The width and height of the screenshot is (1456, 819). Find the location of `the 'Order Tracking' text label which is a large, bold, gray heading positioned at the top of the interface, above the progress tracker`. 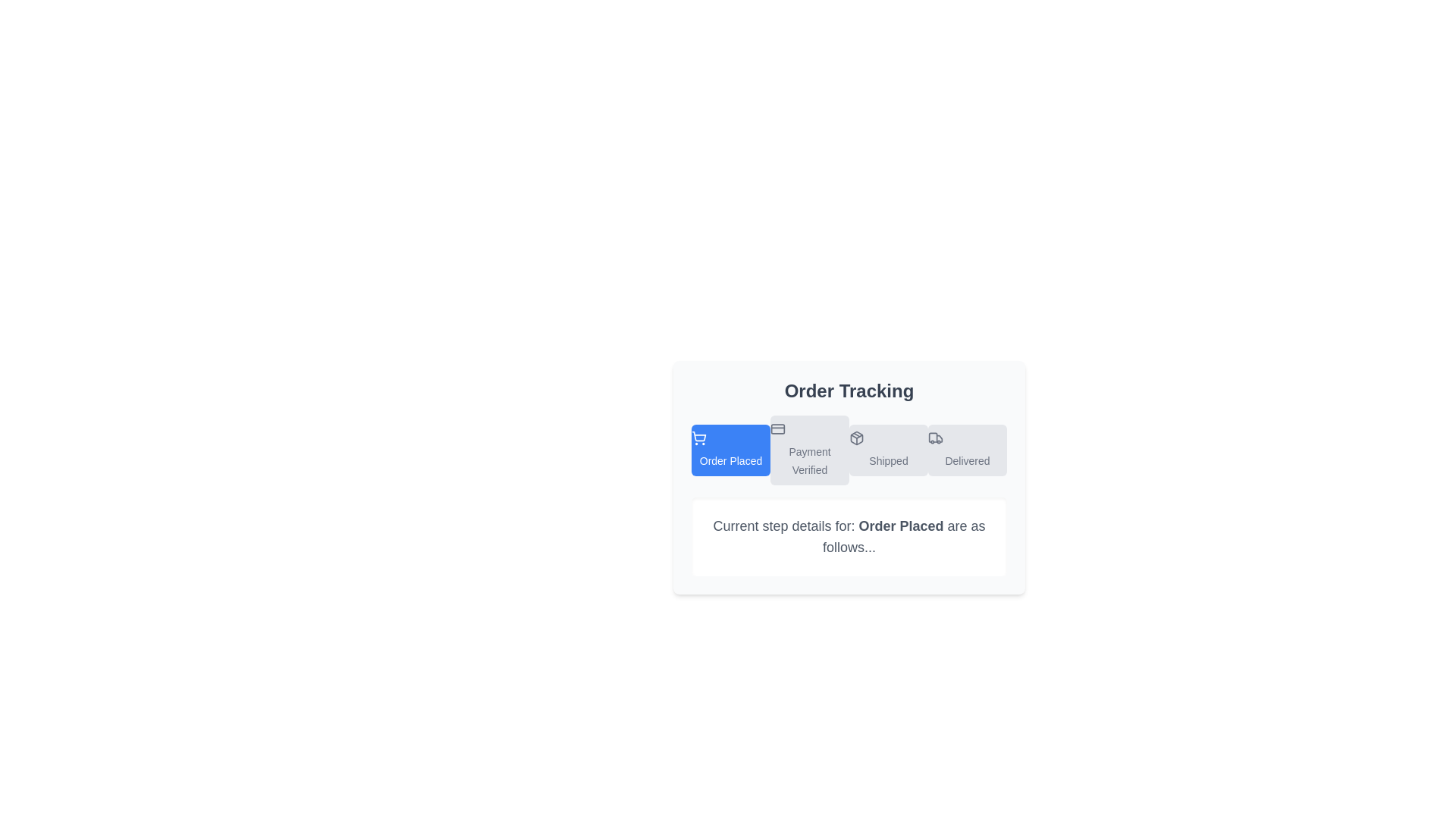

the 'Order Tracking' text label which is a large, bold, gray heading positioned at the top of the interface, above the progress tracker is located at coordinates (848, 391).